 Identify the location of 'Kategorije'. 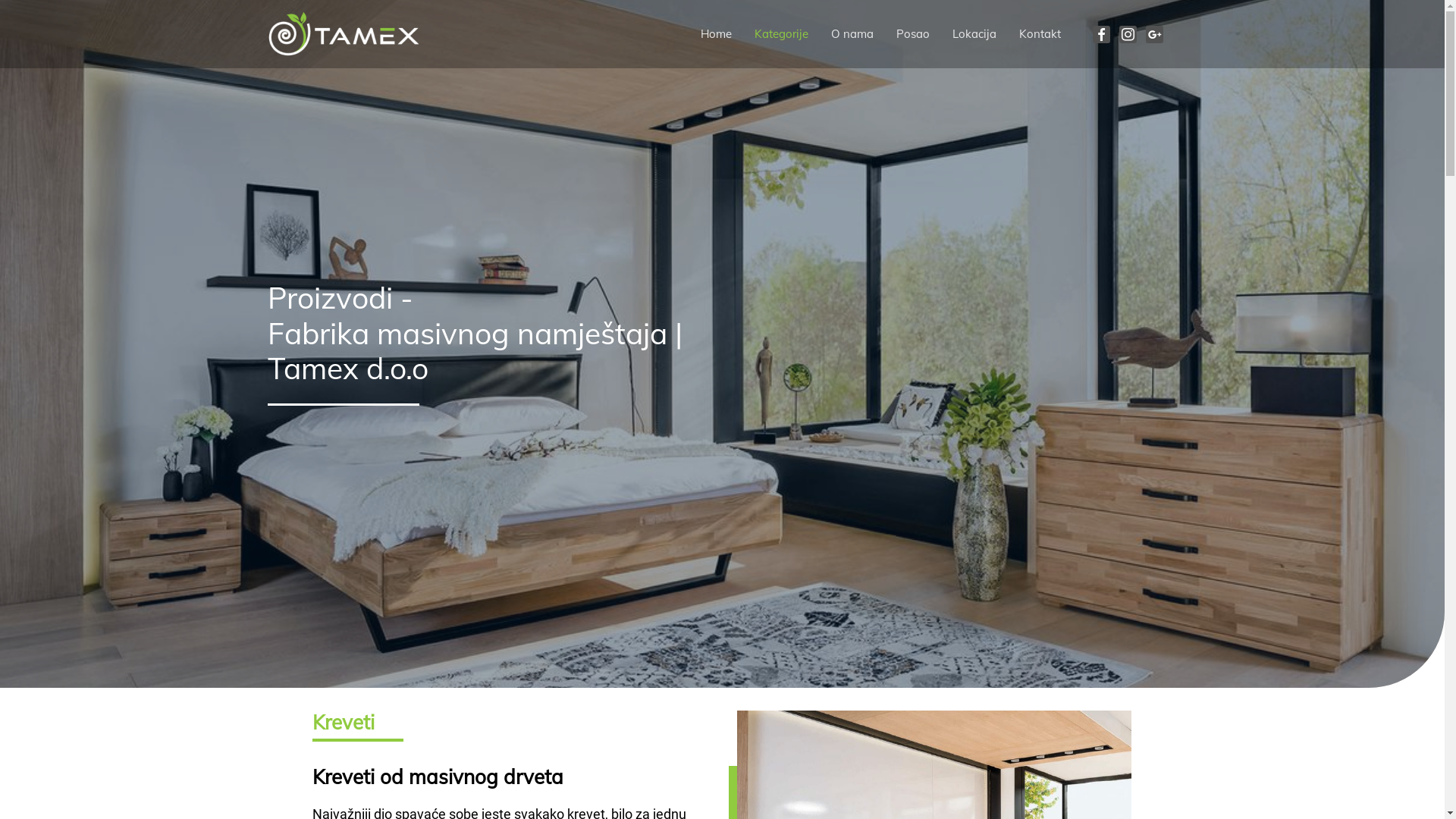
(781, 34).